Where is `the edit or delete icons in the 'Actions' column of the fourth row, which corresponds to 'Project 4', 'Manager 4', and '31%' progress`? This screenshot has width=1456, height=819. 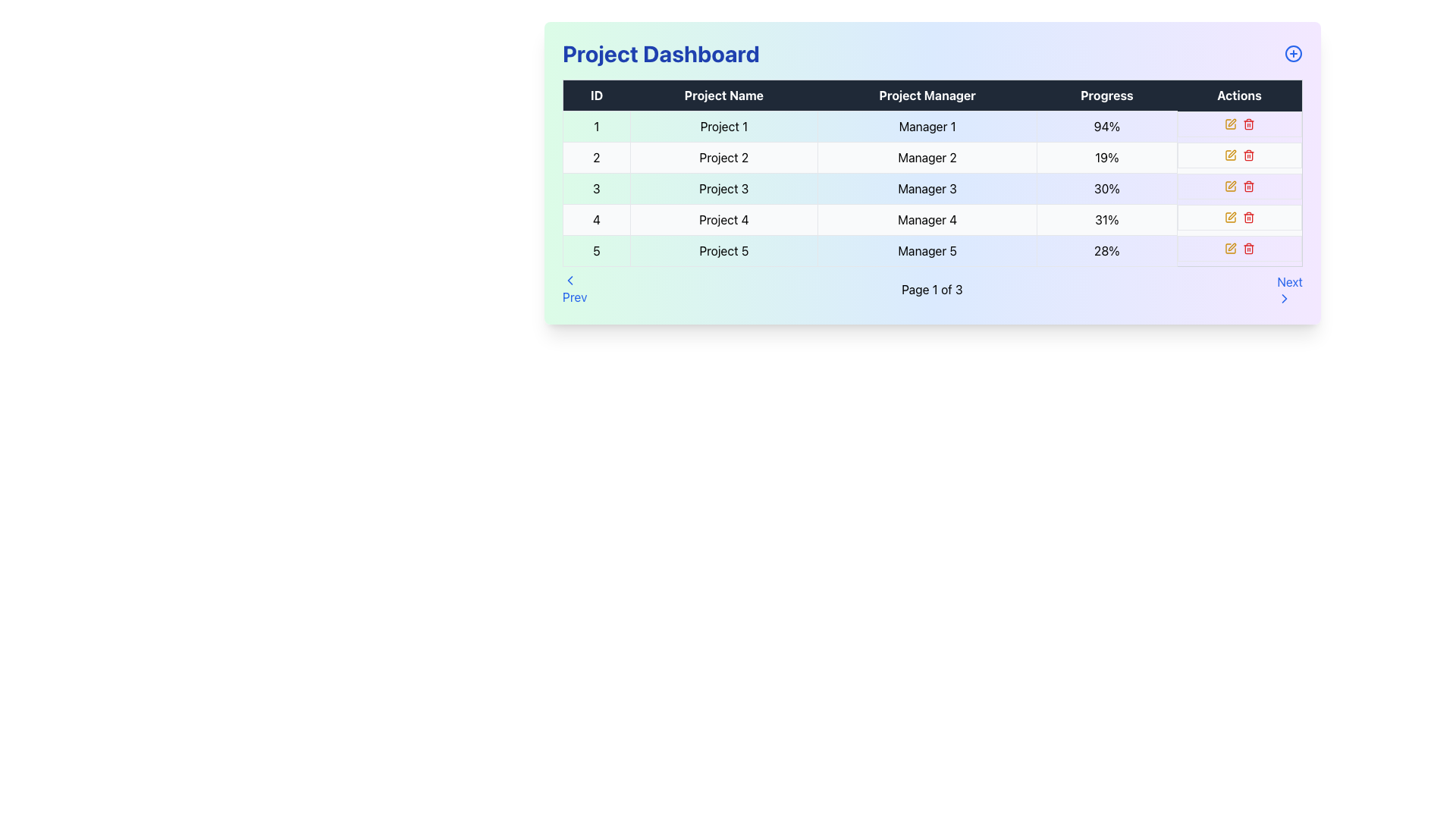 the edit or delete icons in the 'Actions' column of the fourth row, which corresponds to 'Project 4', 'Manager 4', and '31%' progress is located at coordinates (1239, 217).